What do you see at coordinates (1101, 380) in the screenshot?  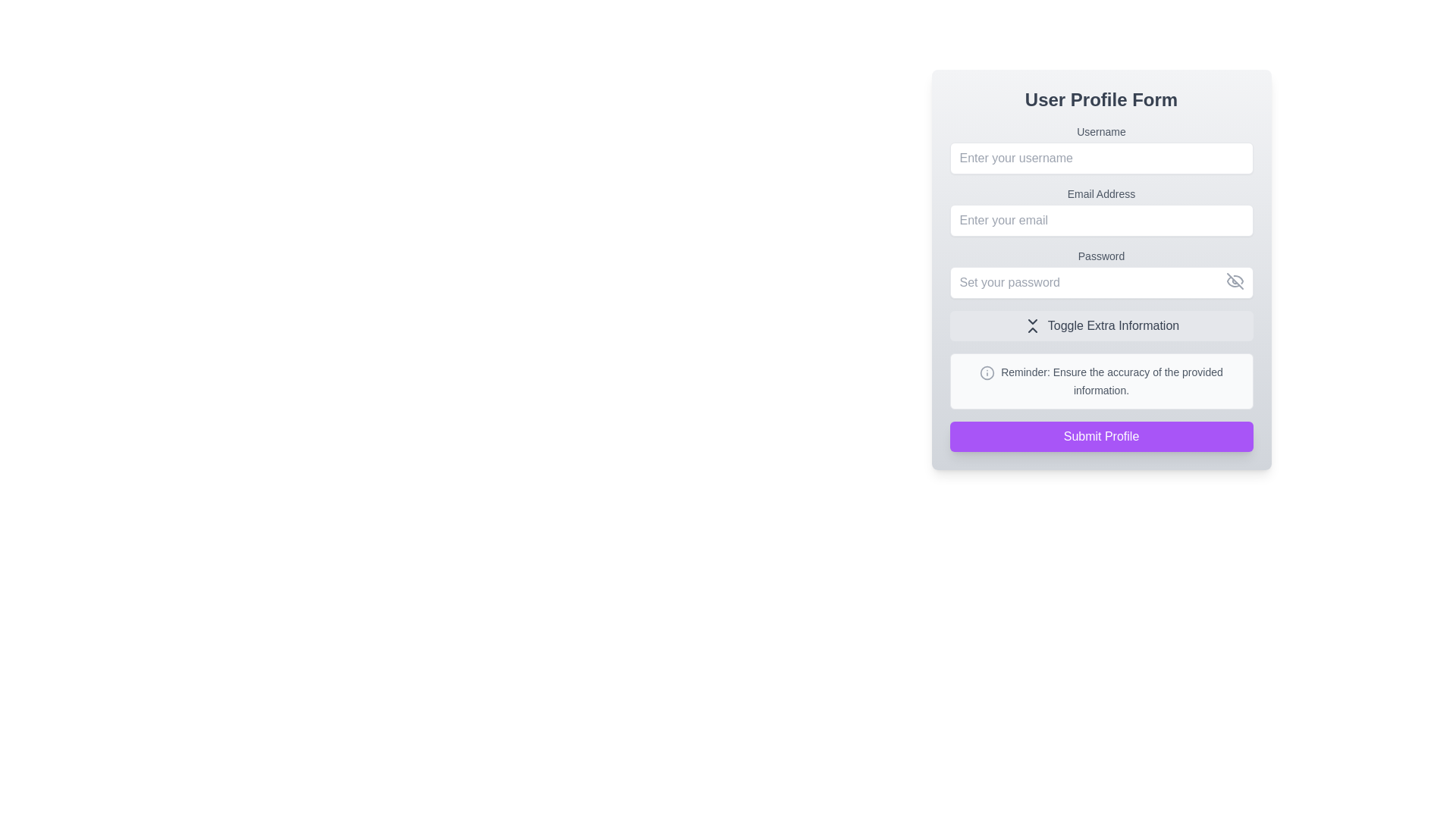 I see `the Informational message box that serves as a reminder regarding data accuracy, located below the 'Toggle Extra Information' button and above the 'Submit Profile' button` at bounding box center [1101, 380].